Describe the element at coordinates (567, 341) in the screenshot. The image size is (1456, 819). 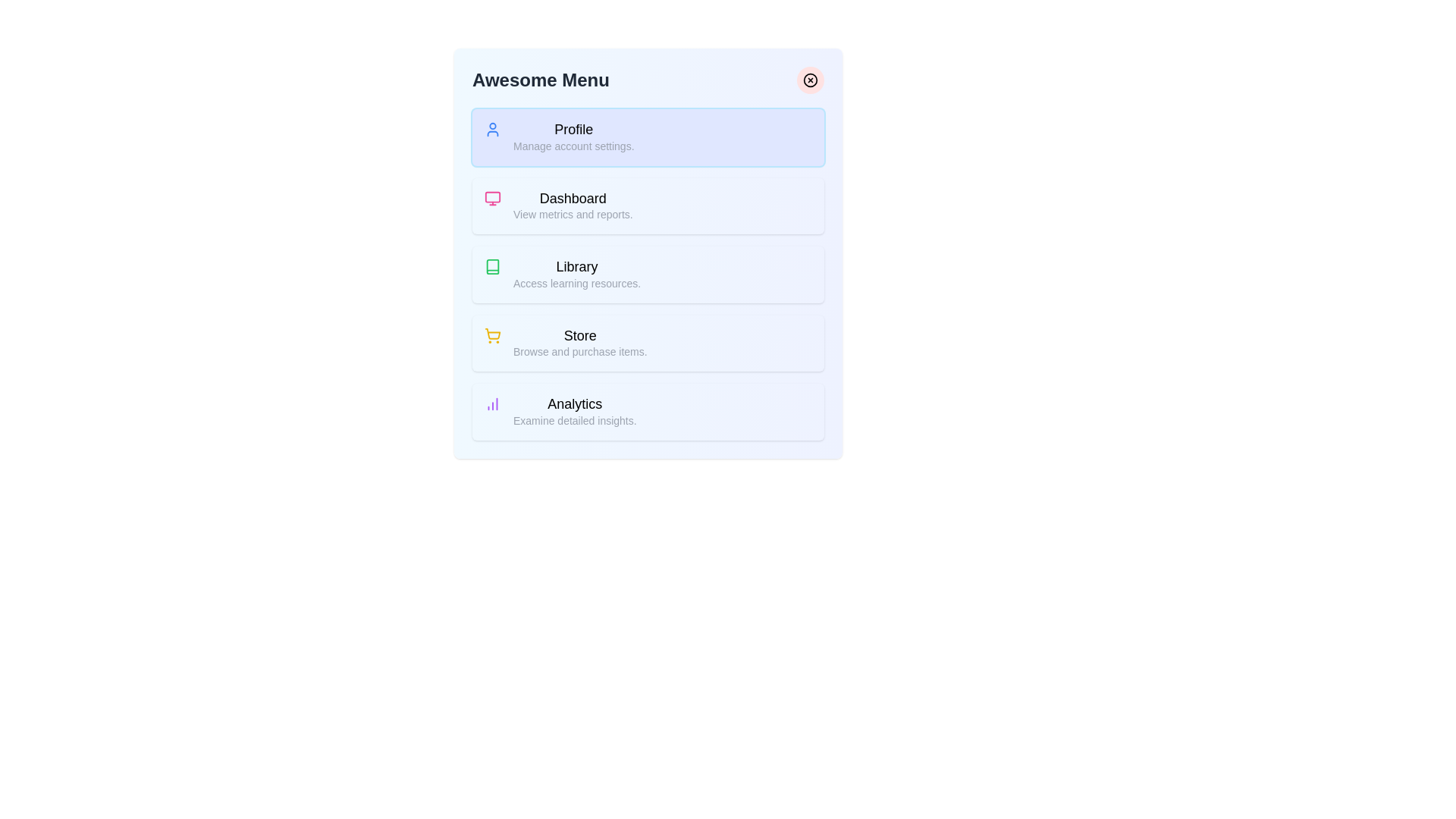
I see `the menu item labeled Store to read its description` at that location.